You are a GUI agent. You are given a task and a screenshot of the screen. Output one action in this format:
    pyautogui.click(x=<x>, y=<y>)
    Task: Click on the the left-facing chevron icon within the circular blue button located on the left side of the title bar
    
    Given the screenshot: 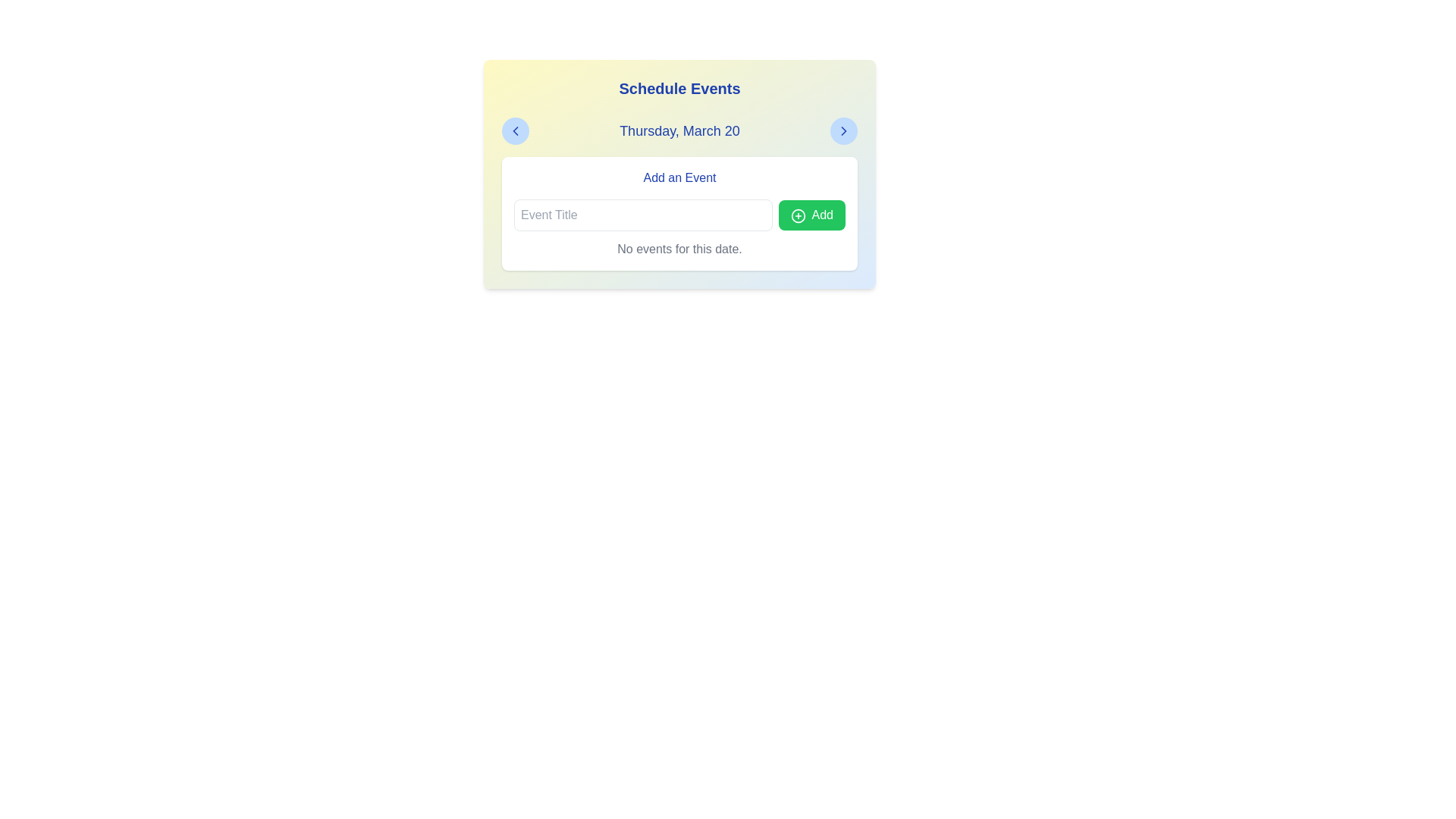 What is the action you would take?
    pyautogui.click(x=516, y=130)
    